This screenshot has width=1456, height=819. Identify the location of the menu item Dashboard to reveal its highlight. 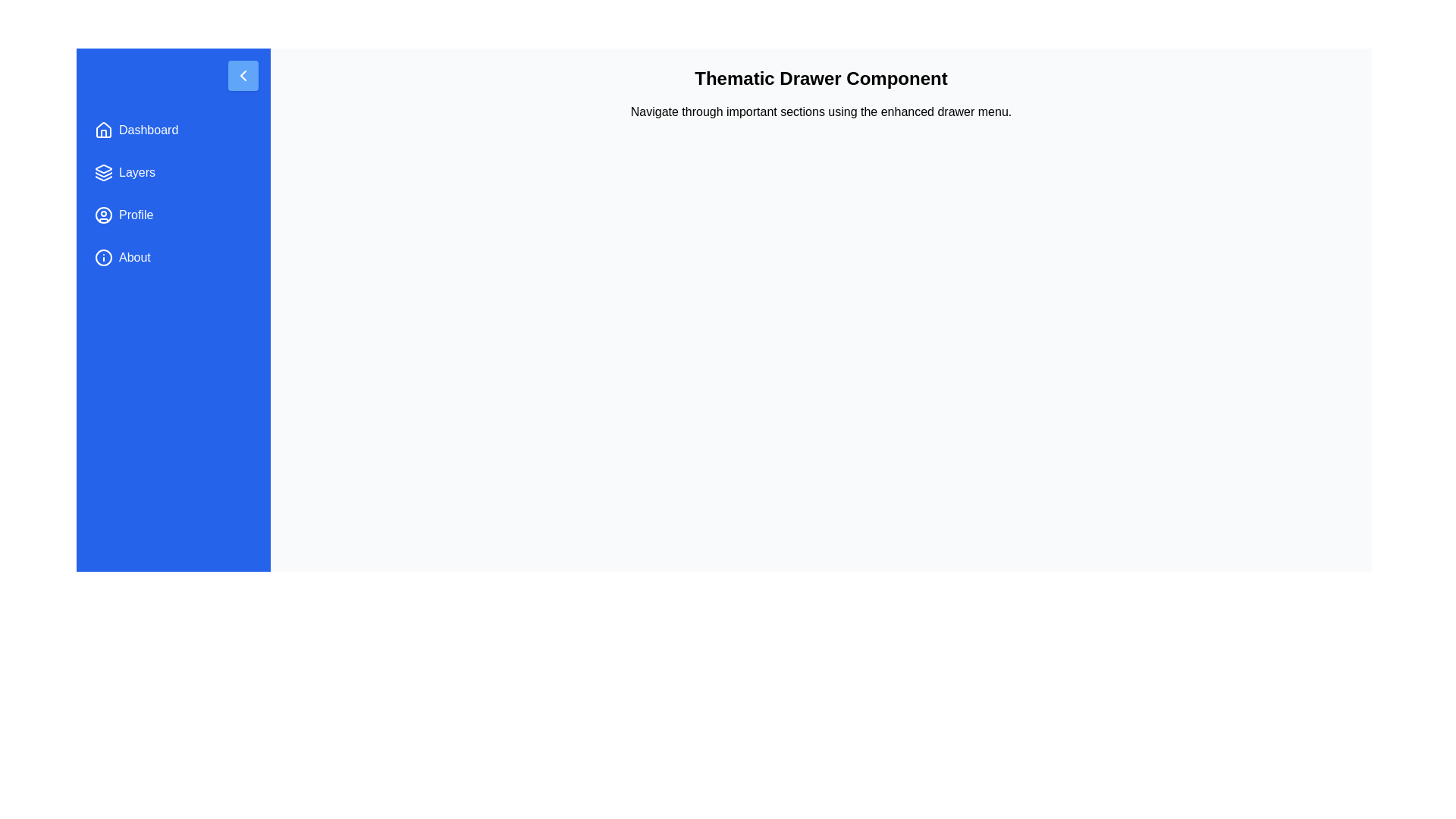
(174, 130).